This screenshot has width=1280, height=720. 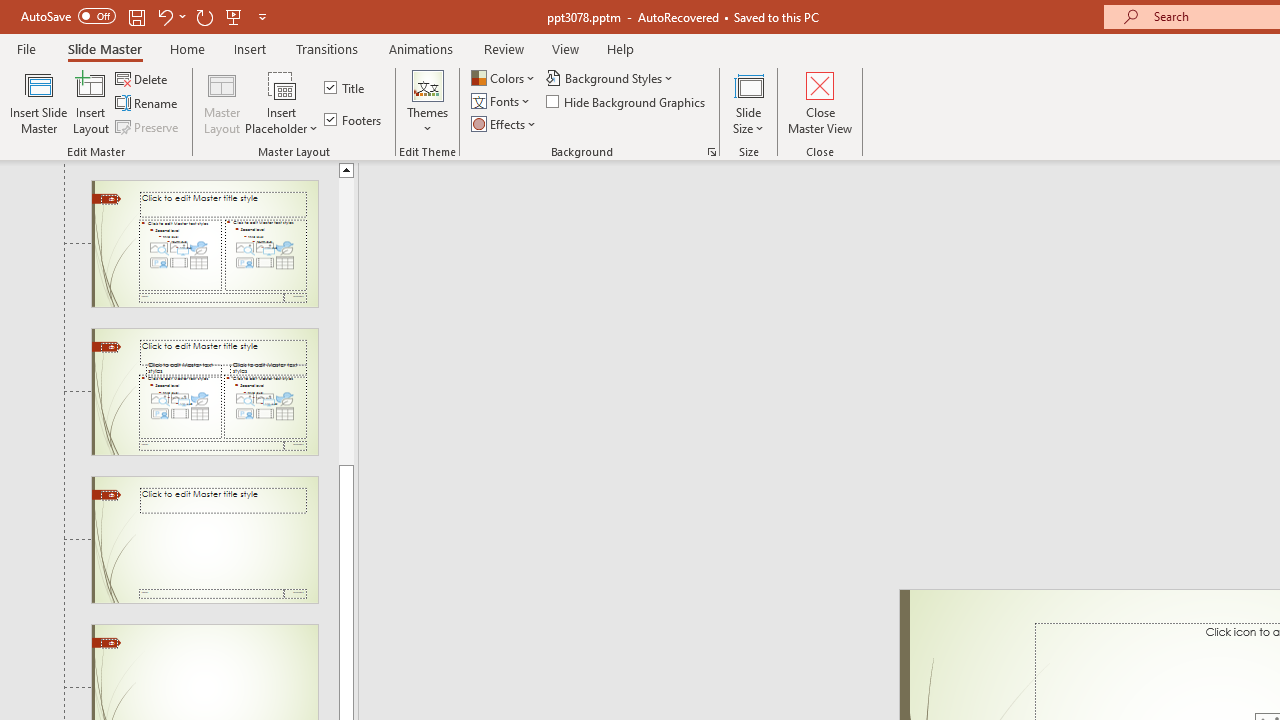 I want to click on 'Footers', so click(x=354, y=119).